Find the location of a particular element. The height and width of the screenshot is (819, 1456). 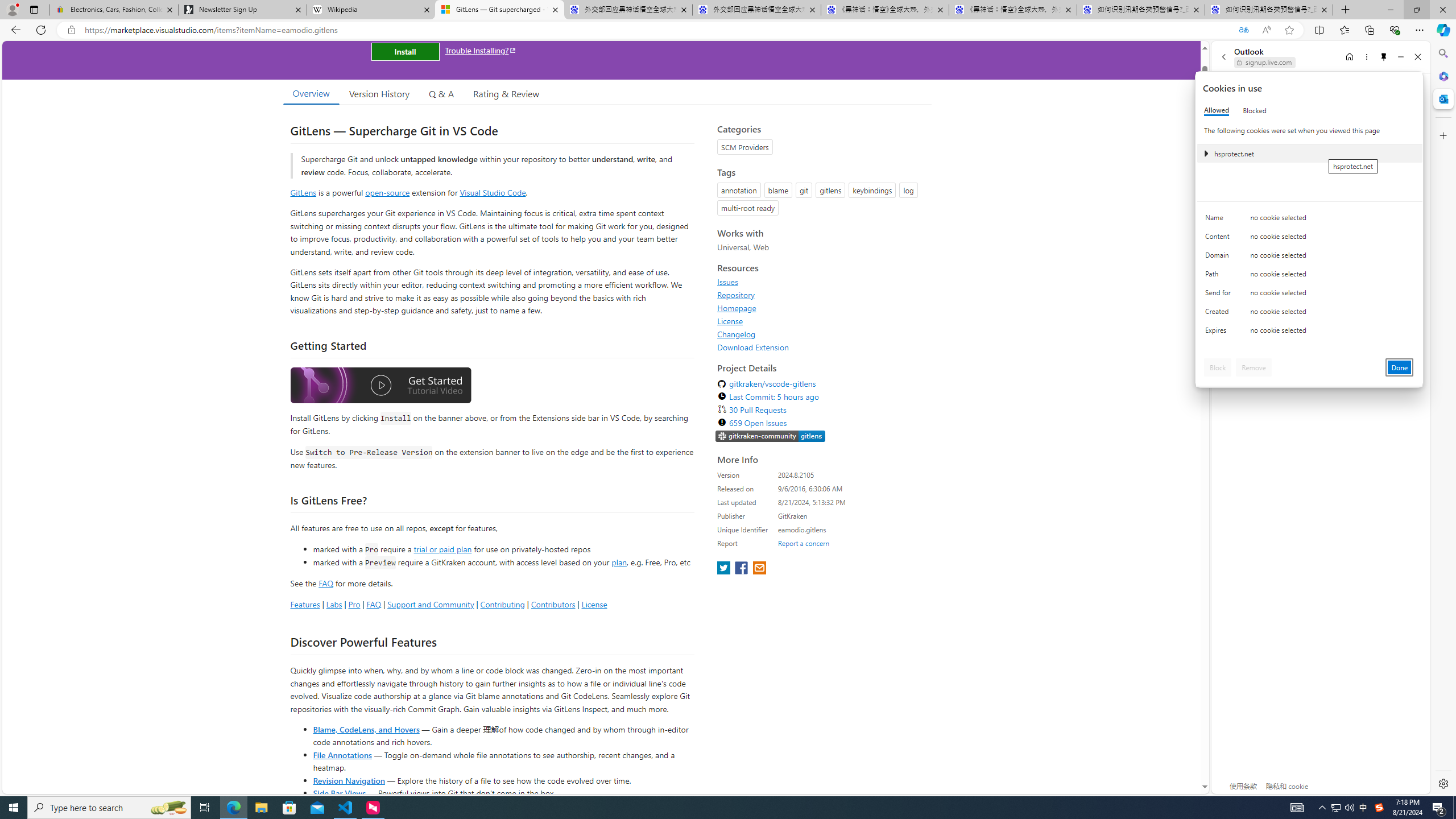

'Allowed' is located at coordinates (1215, 110).